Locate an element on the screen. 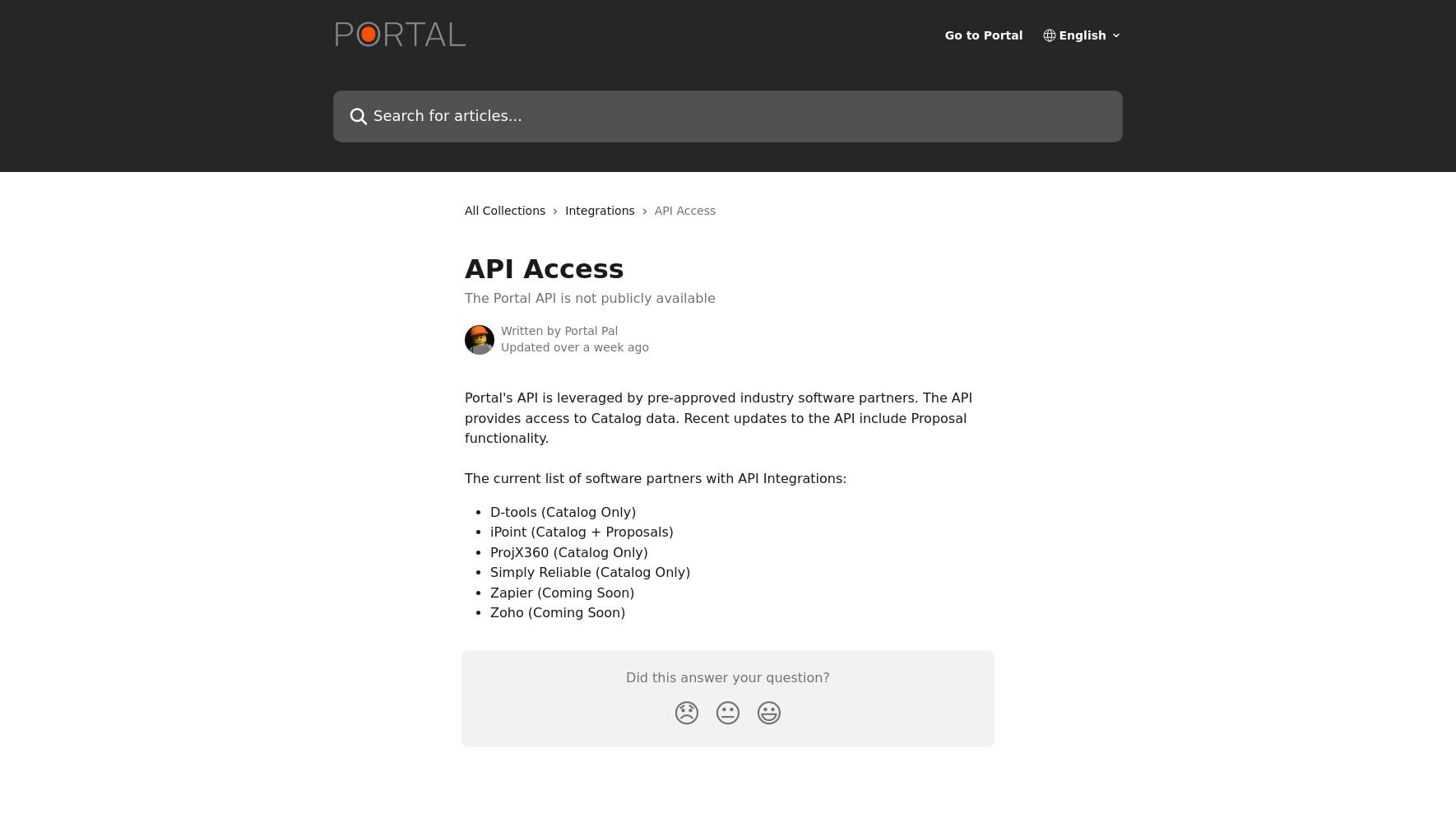  'Portal's API is leveraged by pre-approved industry software partners. The API provides access to Catalog data. Recent updates to the API include Proposal functionality.' is located at coordinates (720, 418).